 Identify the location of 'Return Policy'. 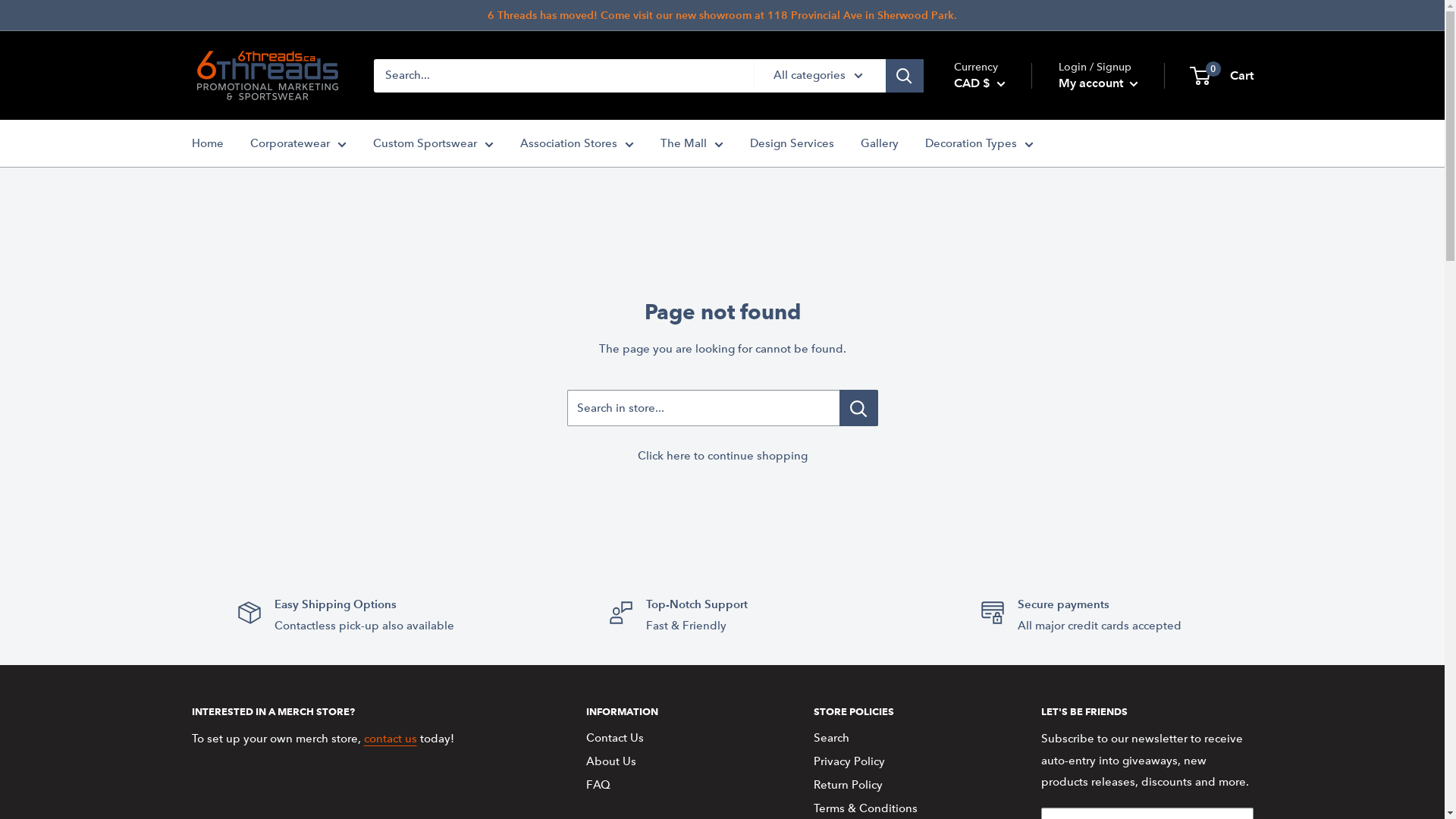
(899, 785).